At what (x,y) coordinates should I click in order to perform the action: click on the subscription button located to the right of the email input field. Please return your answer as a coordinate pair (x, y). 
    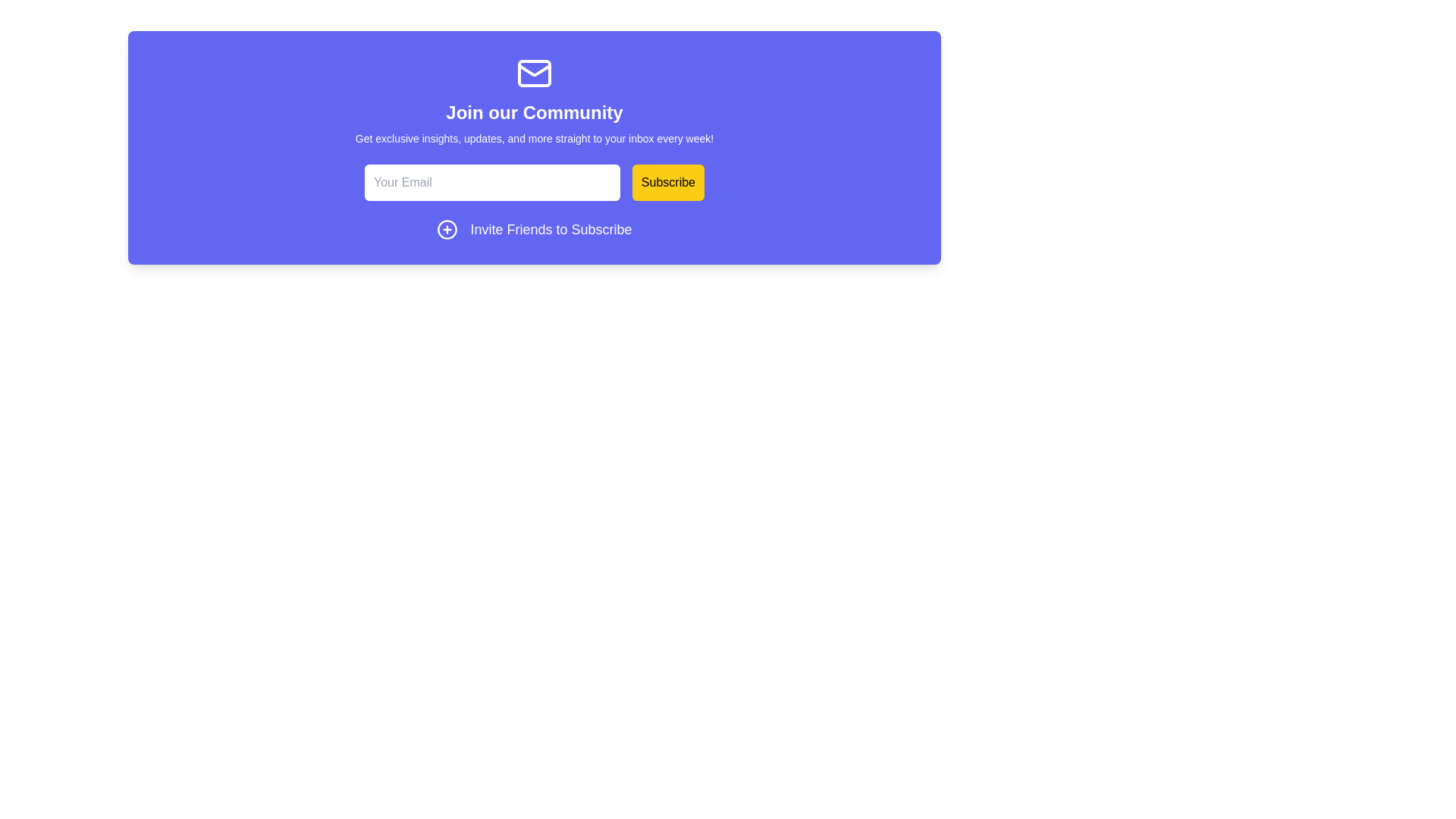
    Looking at the image, I should click on (667, 181).